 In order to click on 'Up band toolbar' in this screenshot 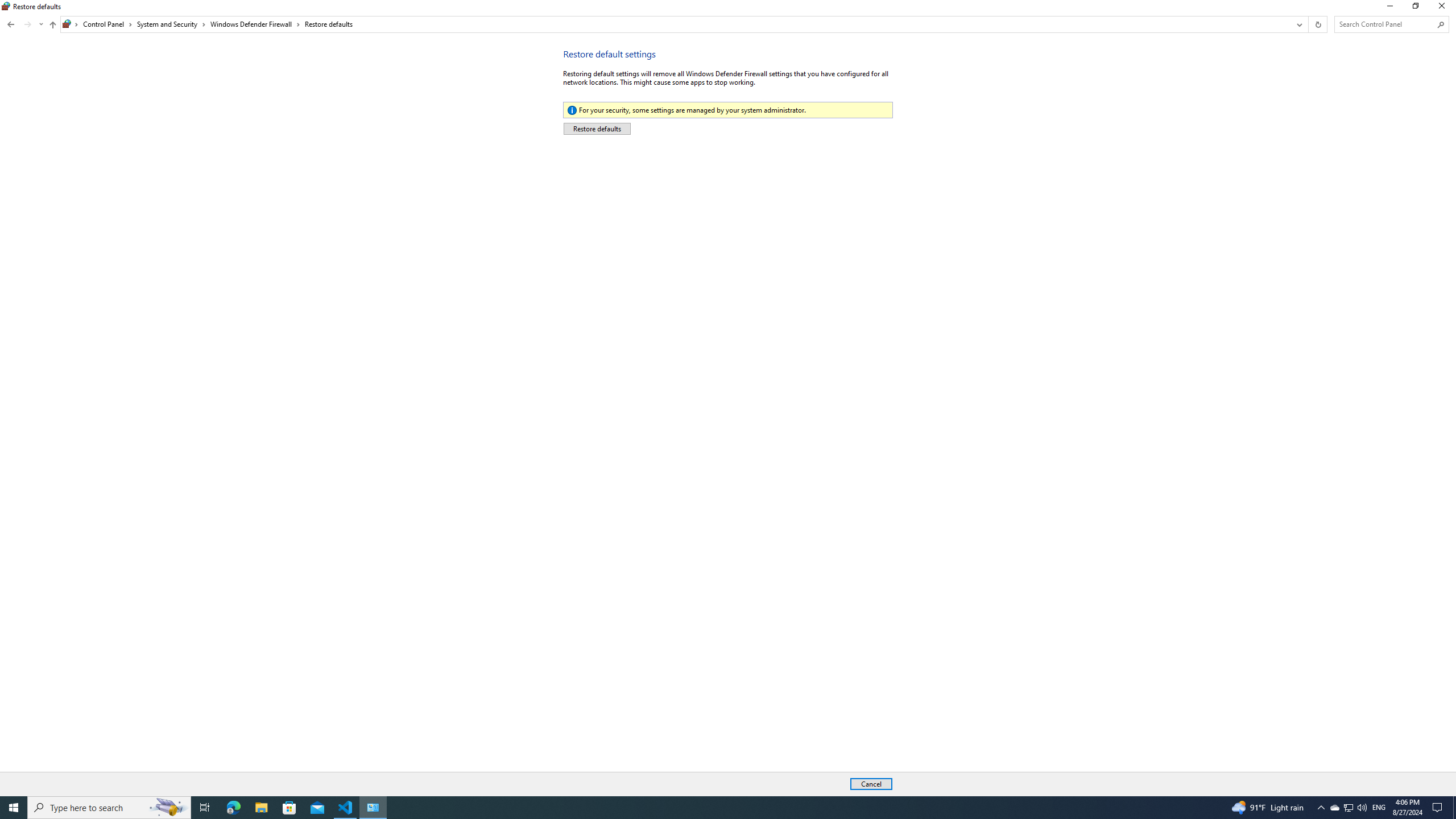, I will do `click(107, 24)`.